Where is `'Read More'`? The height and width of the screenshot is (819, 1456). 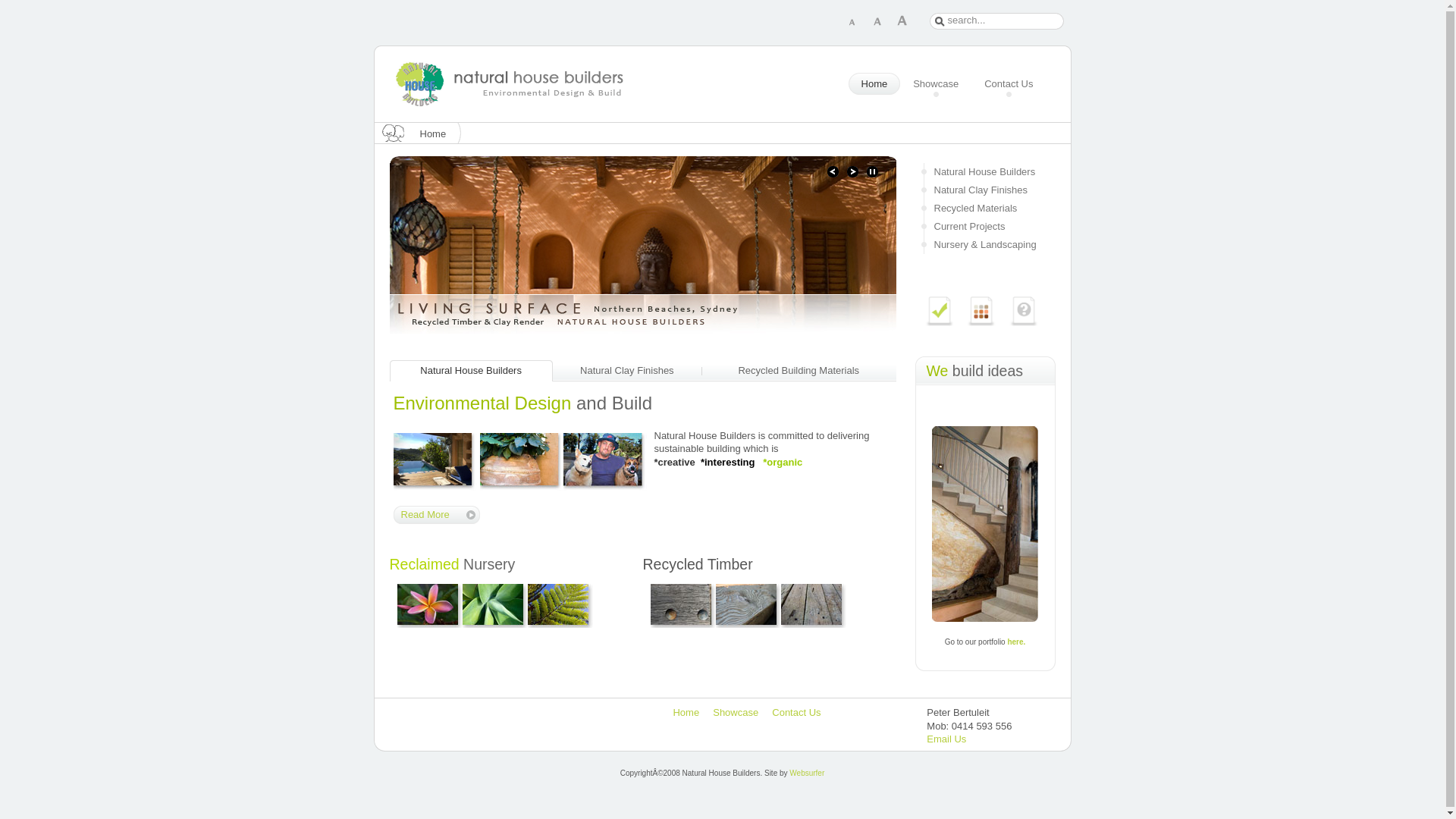
'Read More' is located at coordinates (435, 513).